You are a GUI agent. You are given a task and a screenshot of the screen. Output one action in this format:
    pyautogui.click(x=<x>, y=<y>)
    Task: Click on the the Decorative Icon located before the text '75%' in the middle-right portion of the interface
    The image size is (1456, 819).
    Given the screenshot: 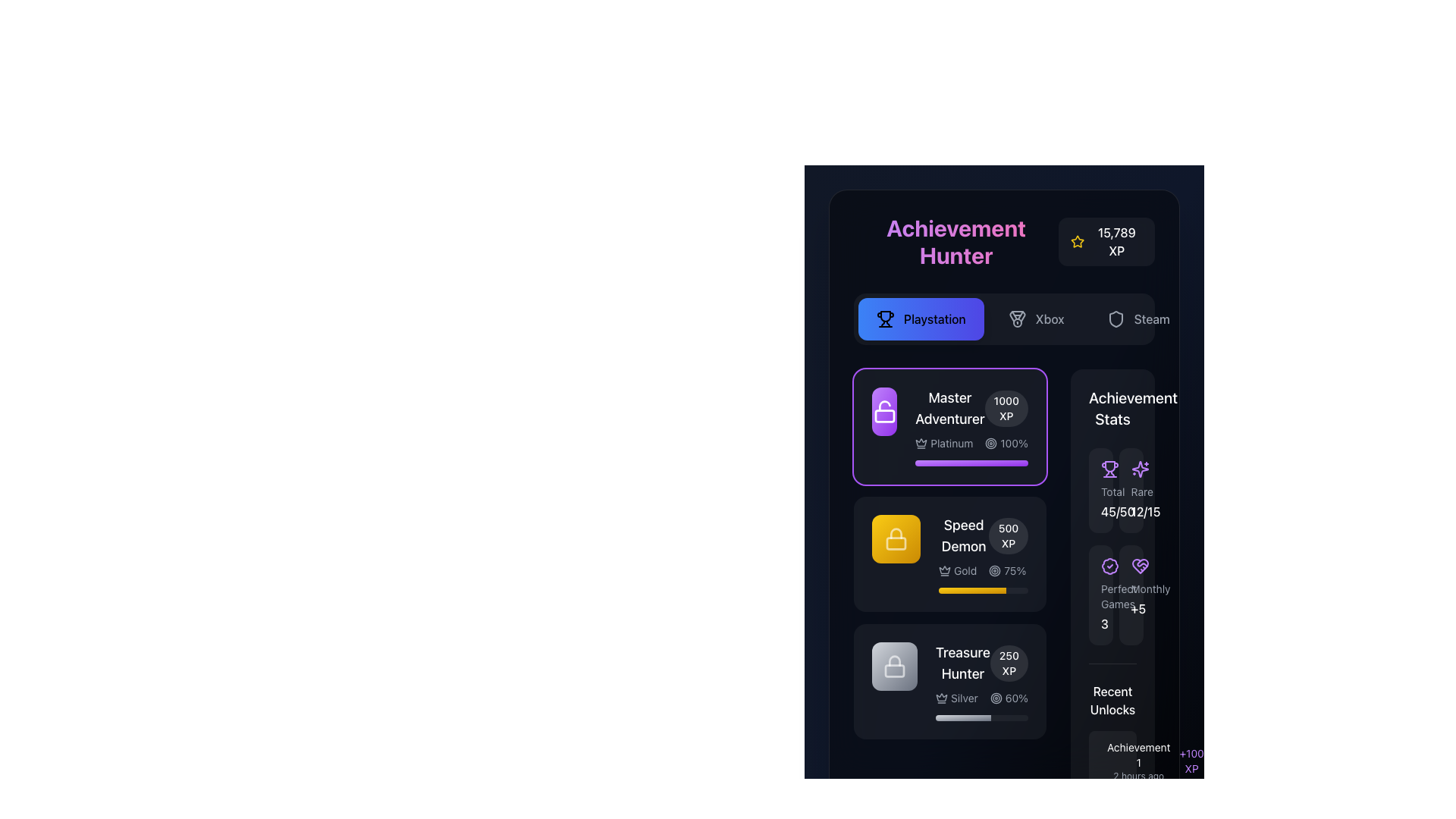 What is the action you would take?
    pyautogui.click(x=995, y=570)
    